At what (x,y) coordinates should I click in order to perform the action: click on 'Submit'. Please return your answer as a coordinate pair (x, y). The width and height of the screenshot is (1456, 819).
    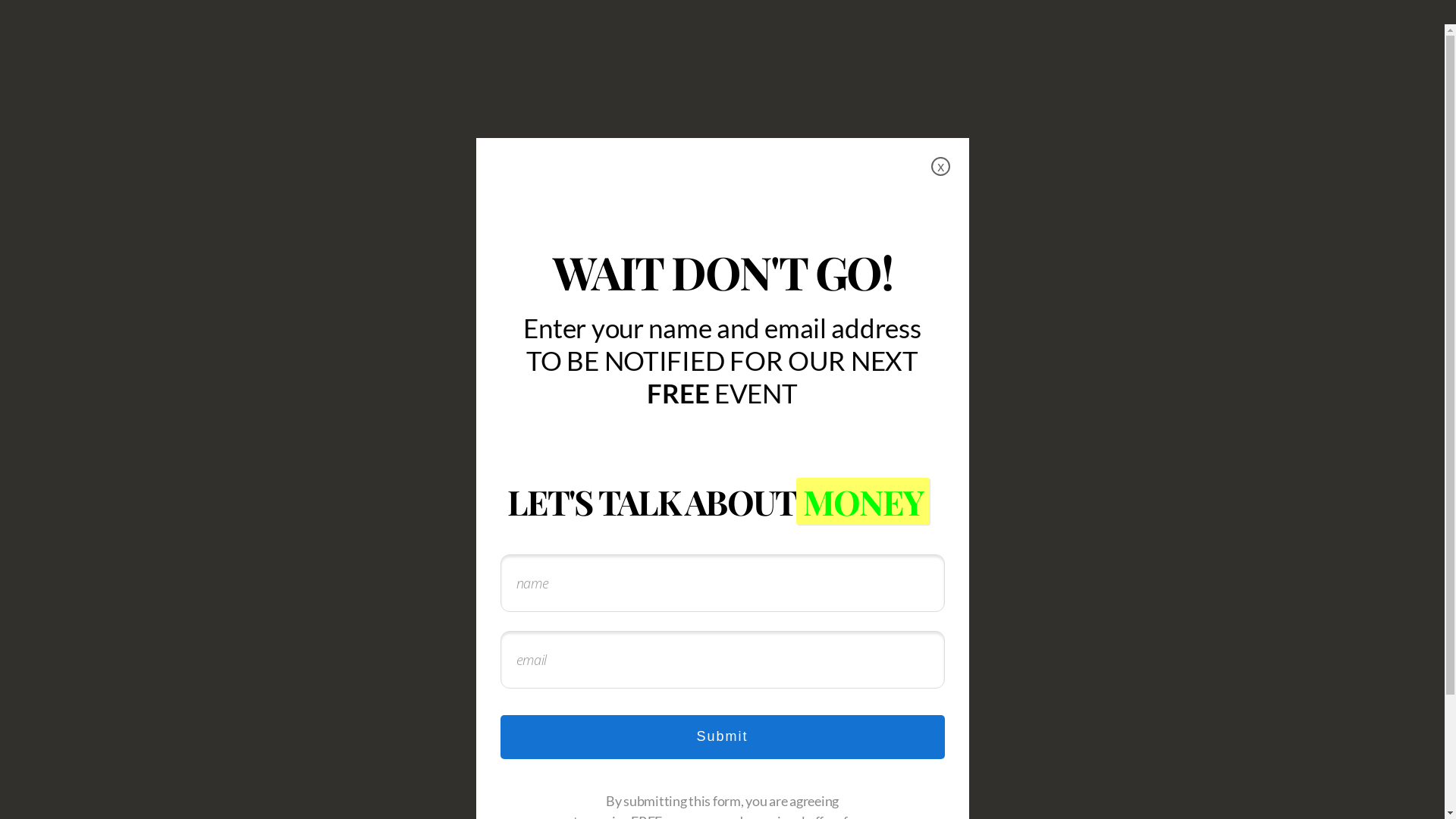
    Looking at the image, I should click on (722, 736).